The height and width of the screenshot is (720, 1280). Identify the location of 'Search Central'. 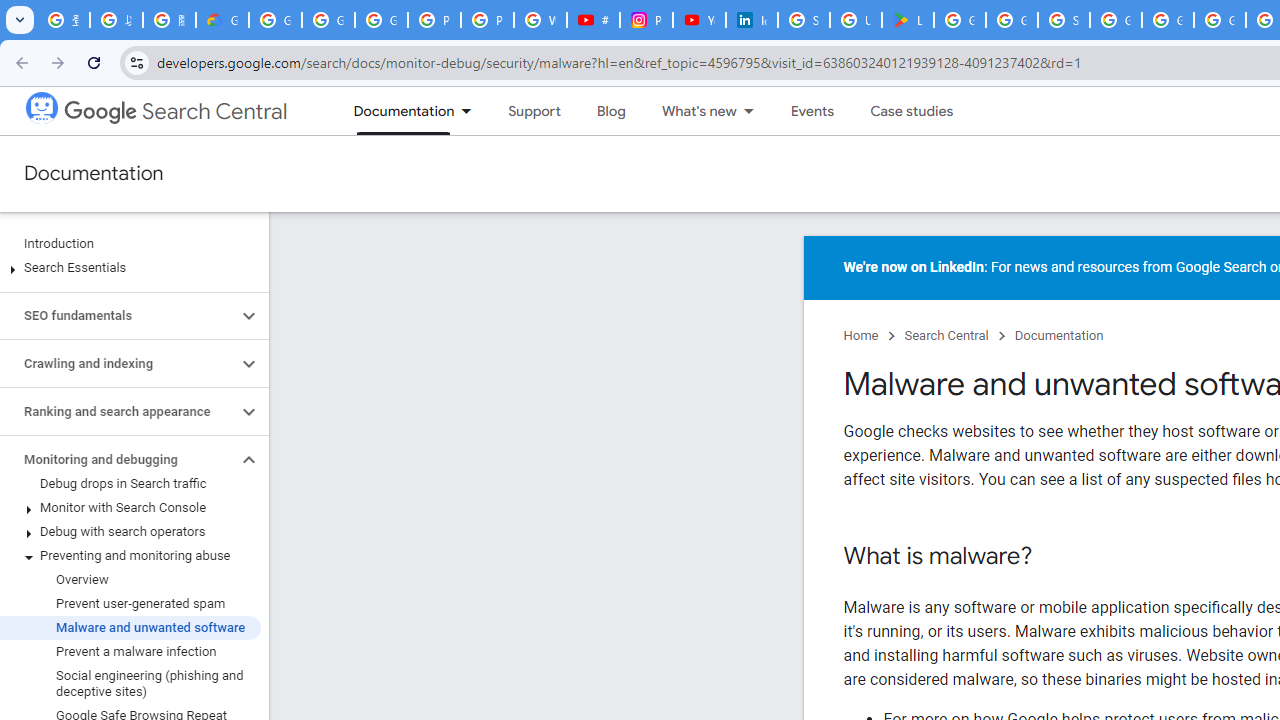
(945, 334).